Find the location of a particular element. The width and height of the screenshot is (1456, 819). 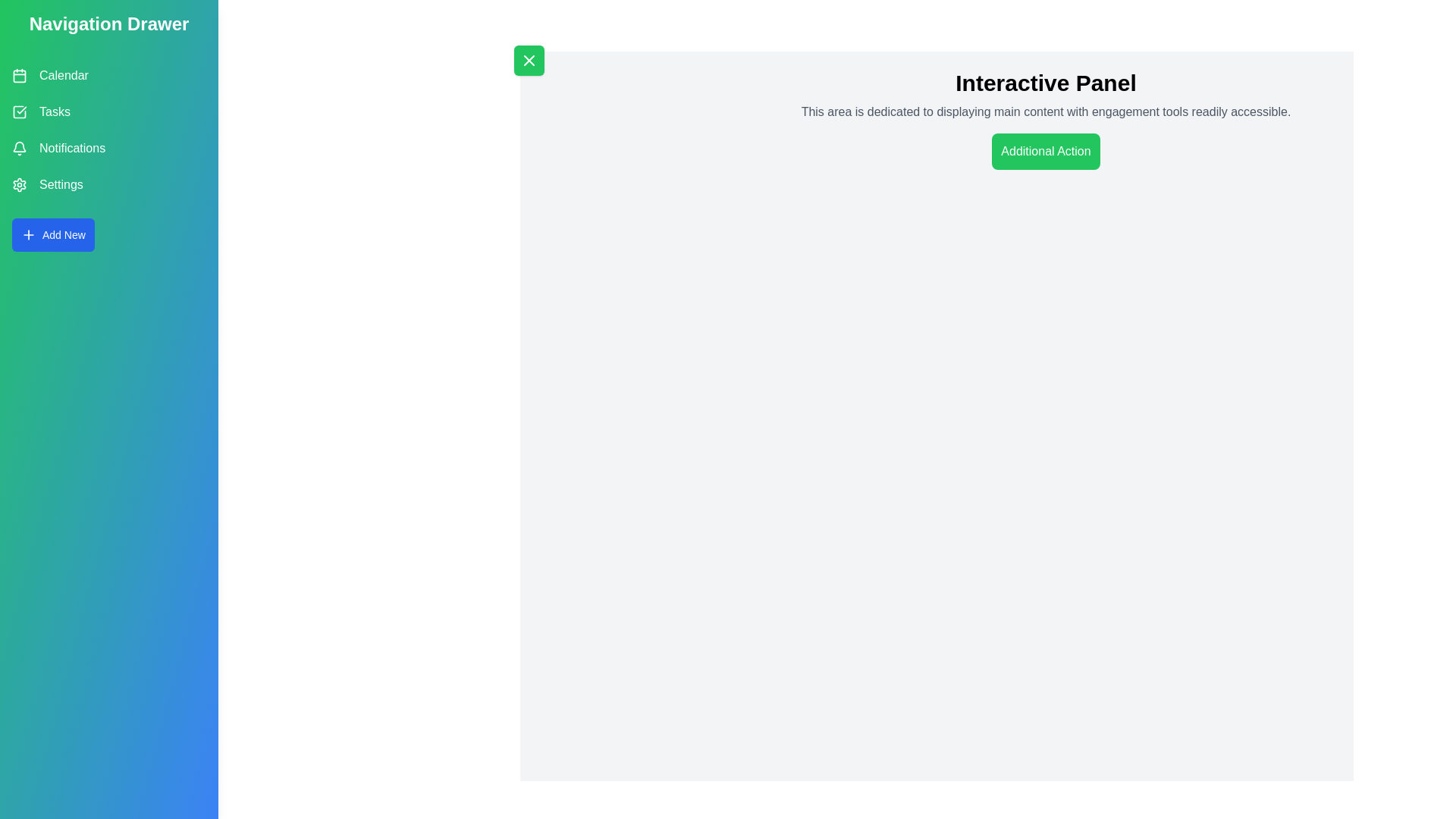

the square green button with a white 'X' icon in the center, located in the top-left corner of the main content area is located at coordinates (529, 60).